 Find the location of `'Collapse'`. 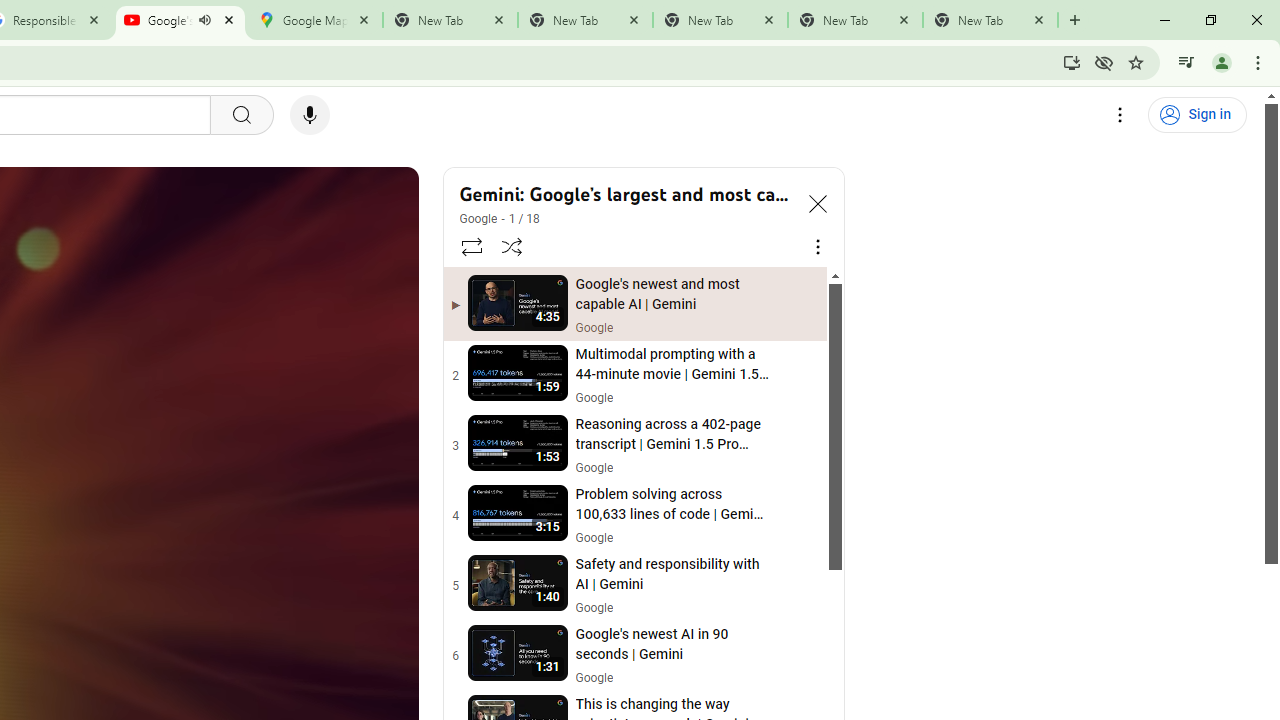

'Collapse' is located at coordinates (817, 203).